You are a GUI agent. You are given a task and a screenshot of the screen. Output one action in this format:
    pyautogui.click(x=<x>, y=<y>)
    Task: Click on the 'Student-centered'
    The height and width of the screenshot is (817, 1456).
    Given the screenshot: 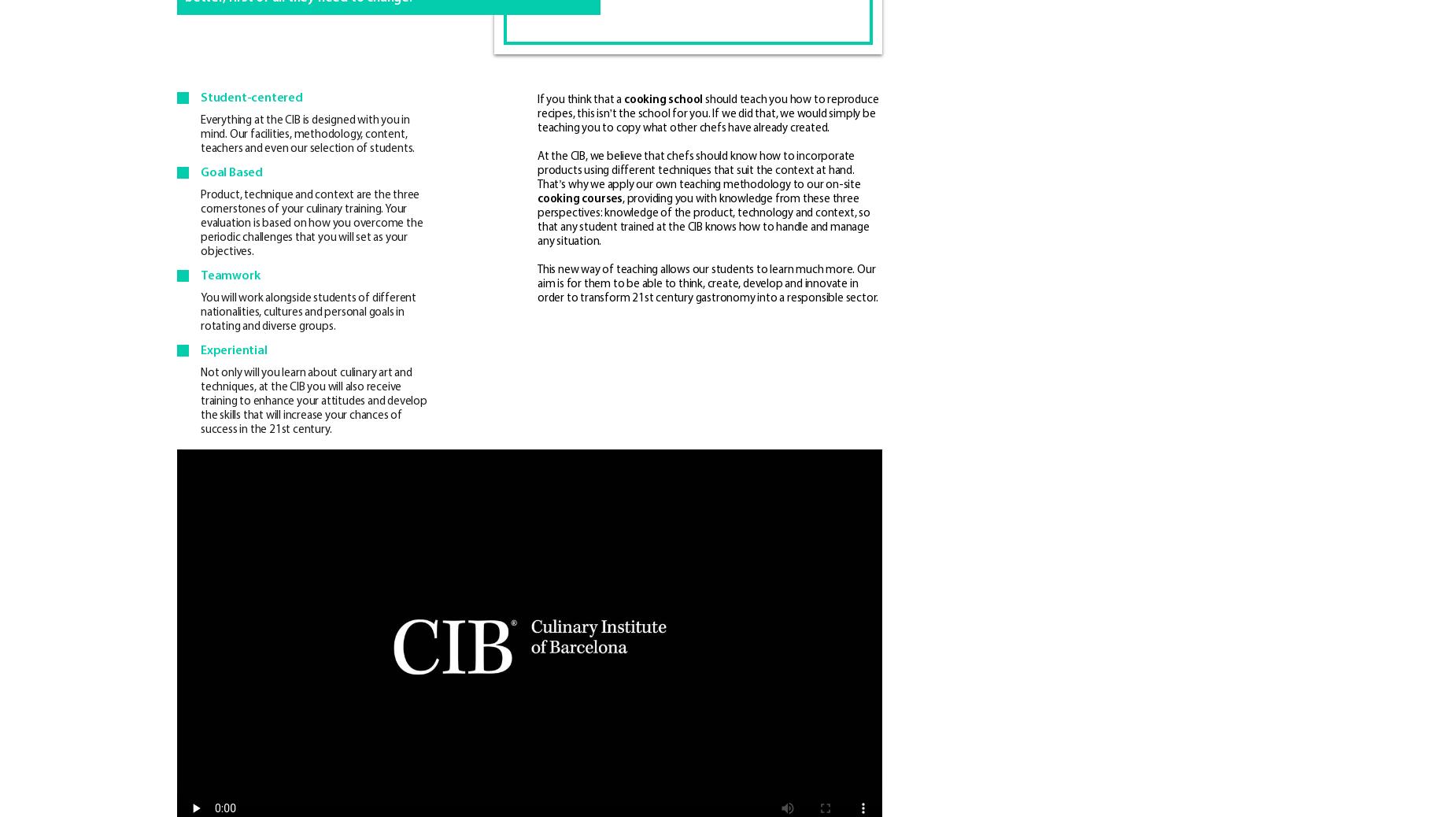 What is the action you would take?
    pyautogui.click(x=250, y=97)
    